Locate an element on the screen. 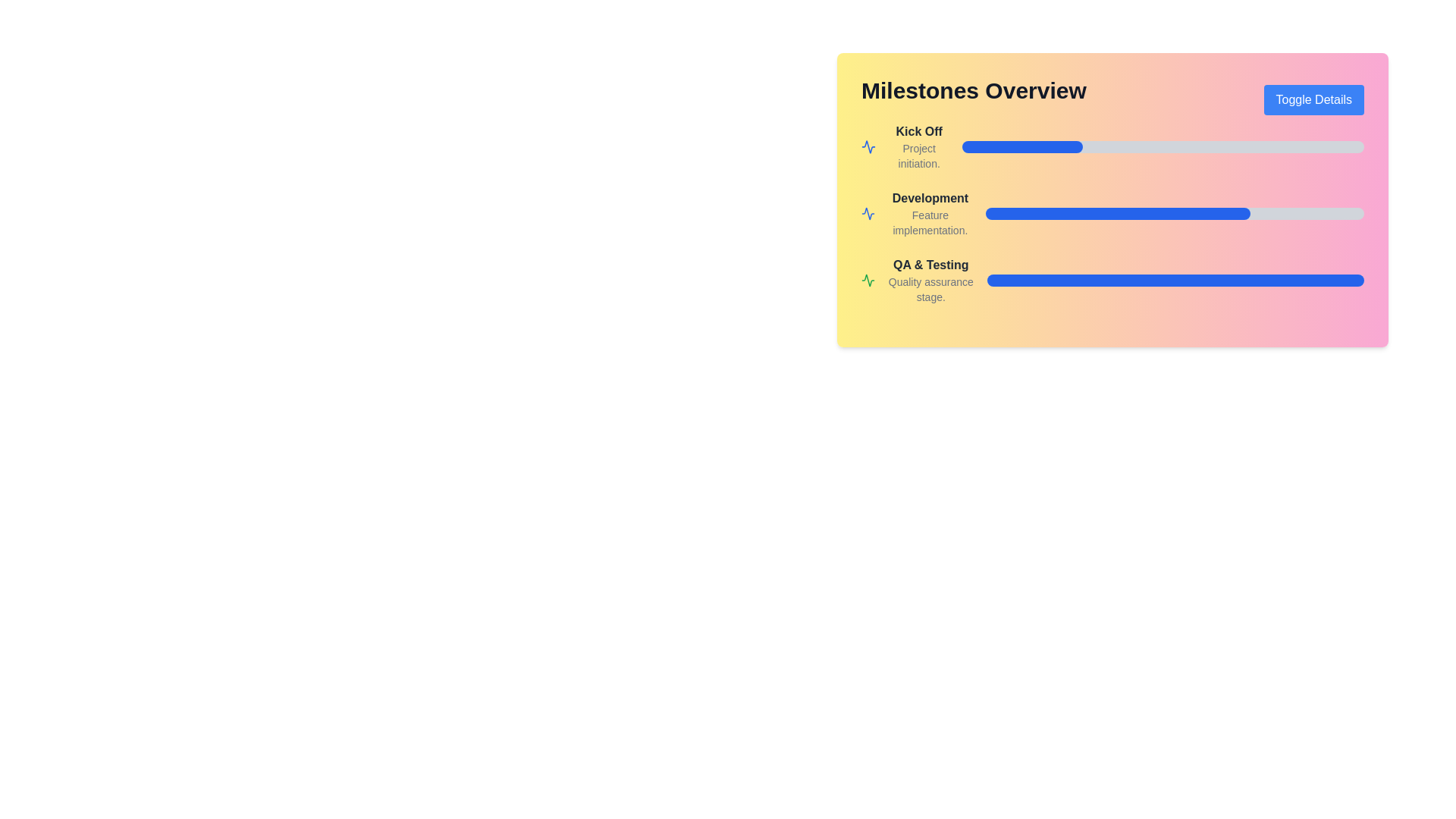 The width and height of the screenshot is (1456, 819). the progress level of the first progress bar located to the right of the 'Kick Off' milestone descriptor text, which has a light gray background and a blue filled portion is located at coordinates (1163, 146).